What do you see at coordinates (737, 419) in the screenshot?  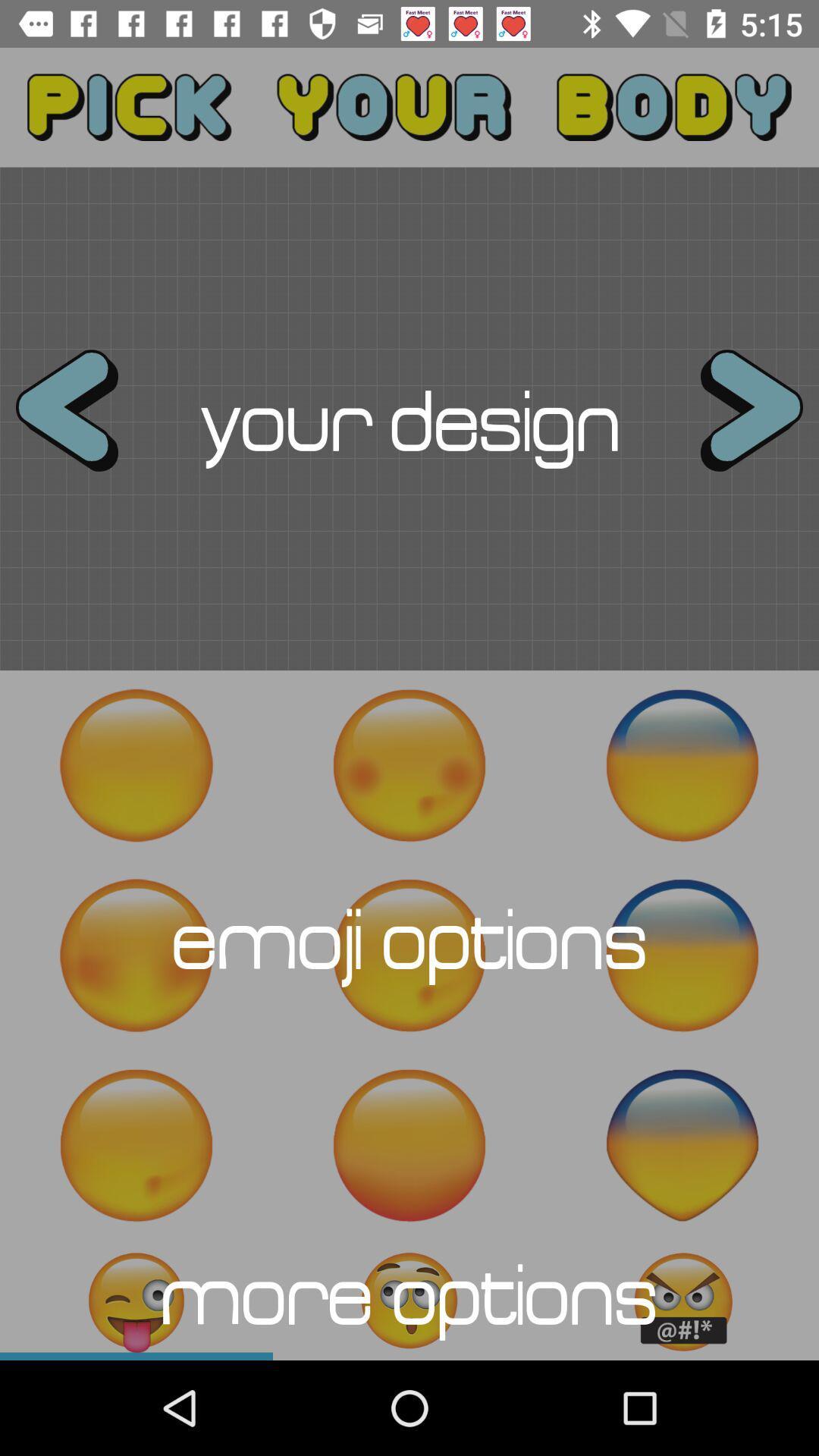 I see `the arrow_forward icon` at bounding box center [737, 419].